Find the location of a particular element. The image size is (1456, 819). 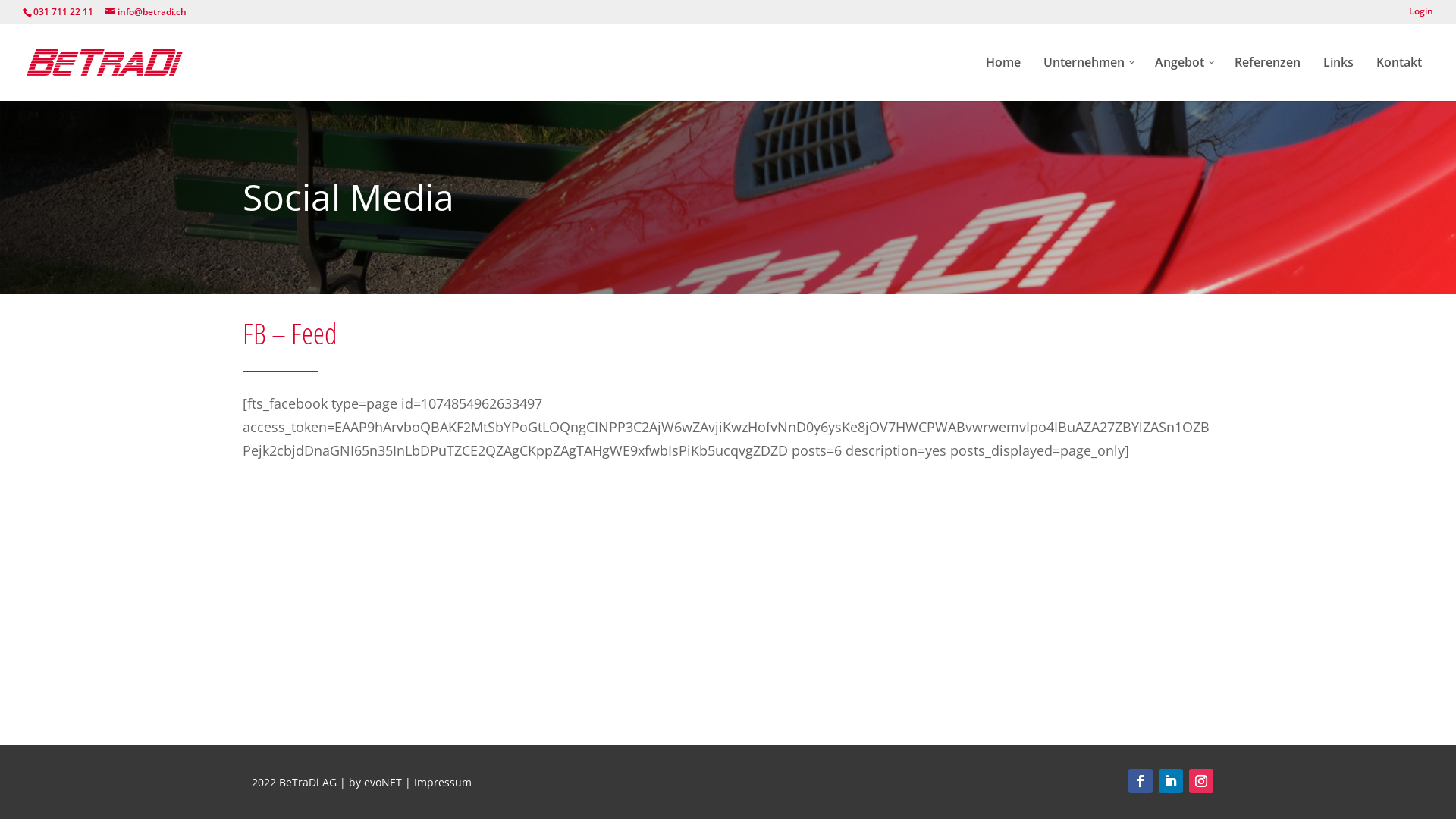

'Folge auf LinkedIn' is located at coordinates (1170, 780).